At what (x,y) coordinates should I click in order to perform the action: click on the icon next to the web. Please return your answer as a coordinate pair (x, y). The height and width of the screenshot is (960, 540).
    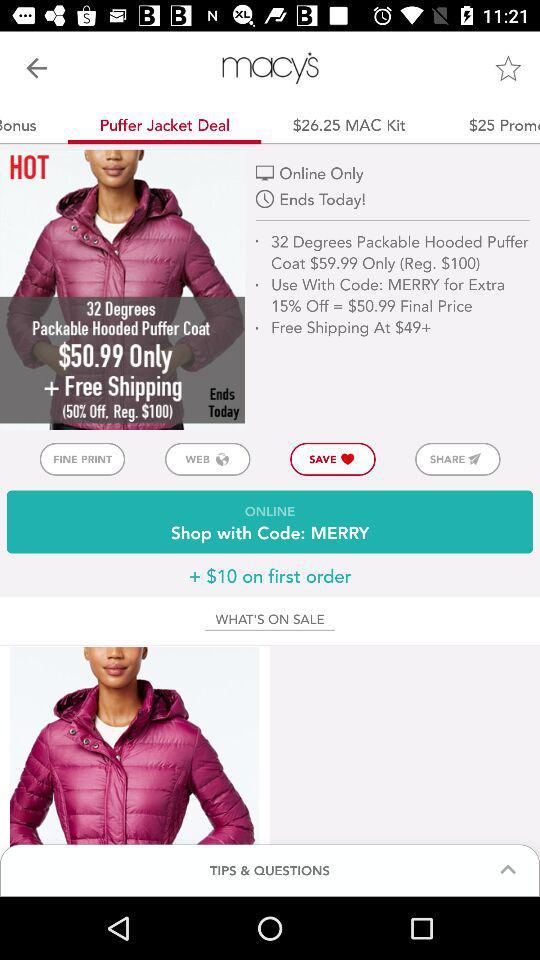
    Looking at the image, I should click on (81, 459).